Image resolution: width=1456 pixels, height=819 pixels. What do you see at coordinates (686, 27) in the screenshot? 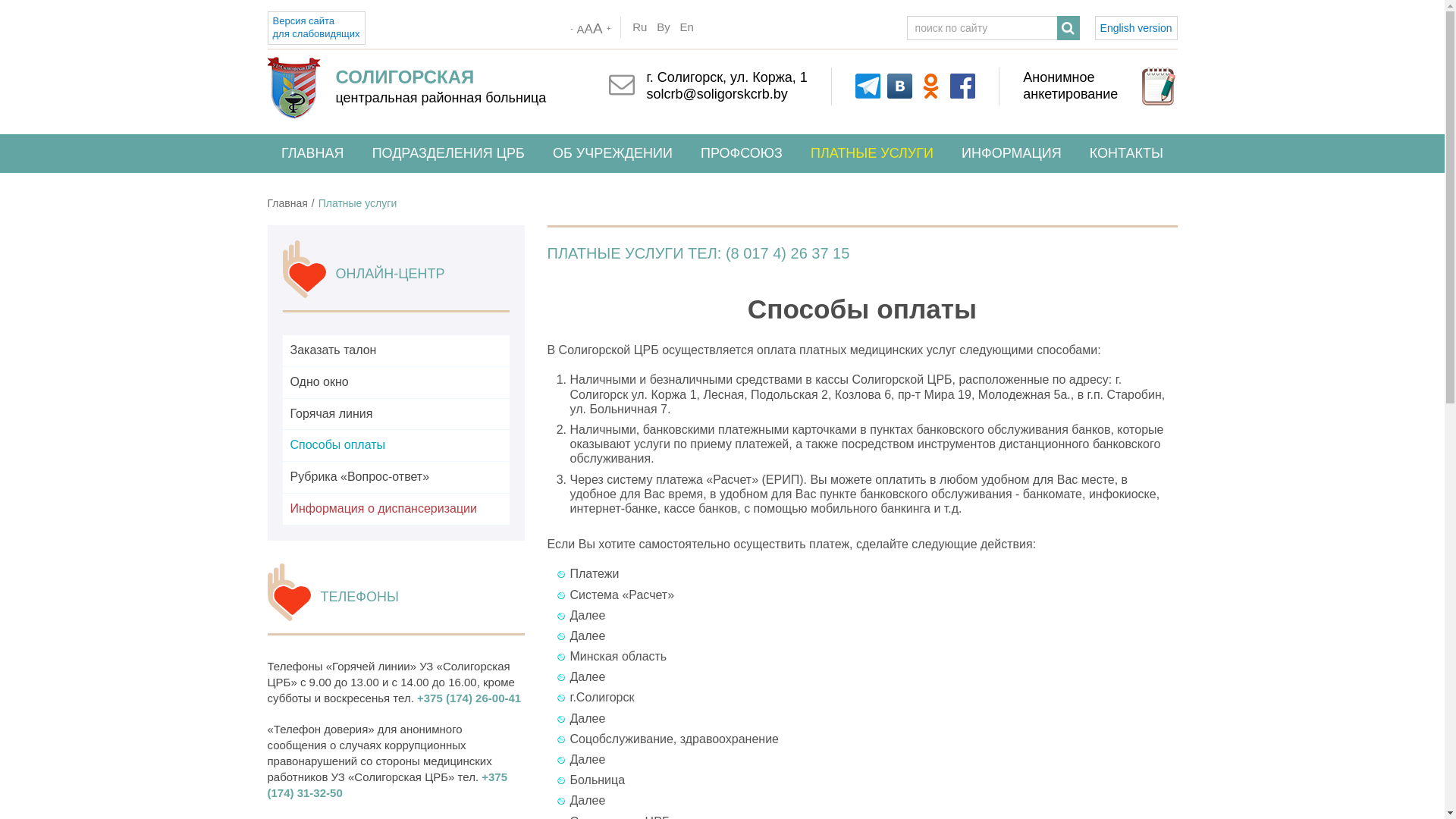
I see `'En'` at bounding box center [686, 27].